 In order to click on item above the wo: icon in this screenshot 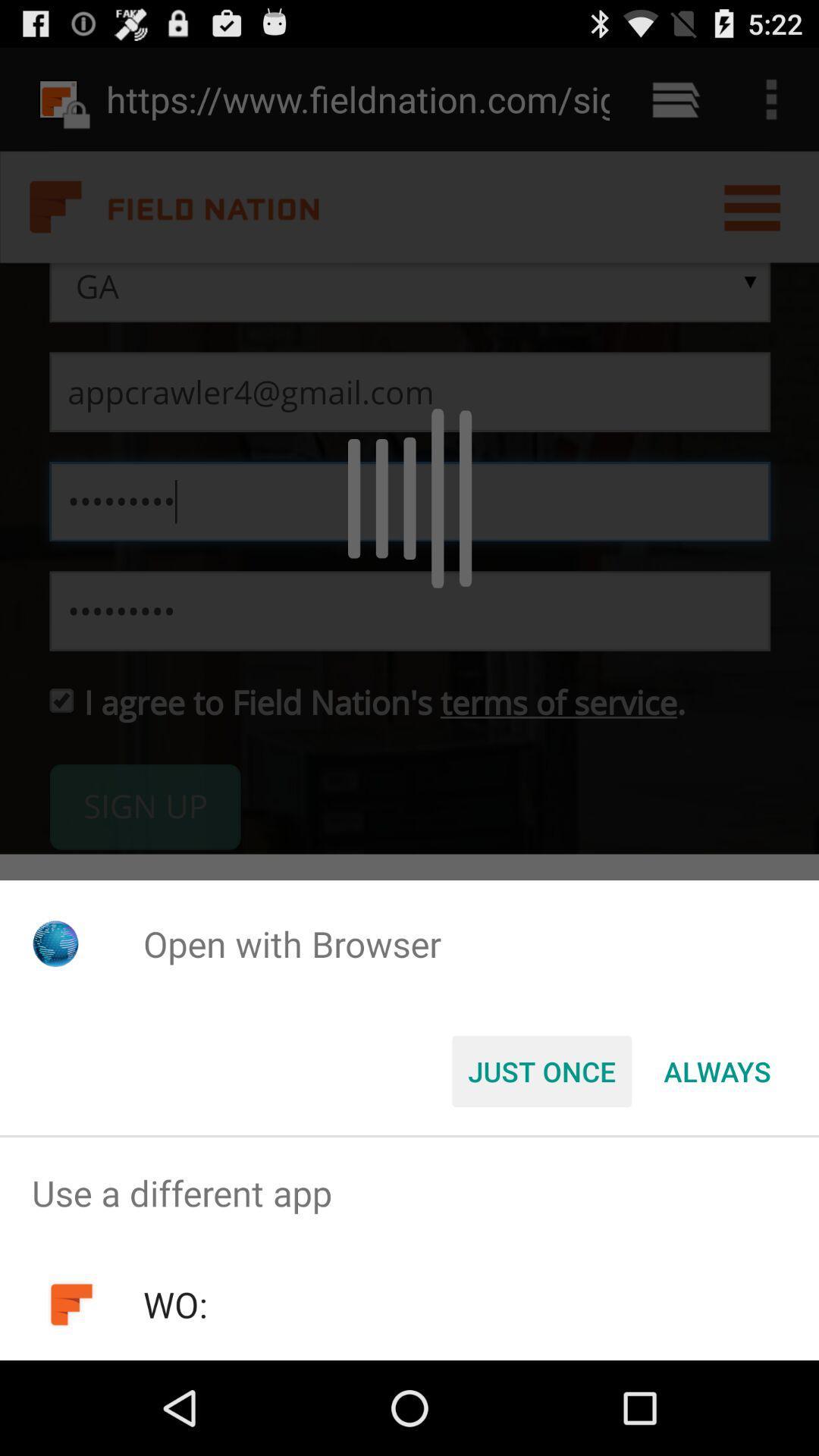, I will do `click(409, 1192)`.